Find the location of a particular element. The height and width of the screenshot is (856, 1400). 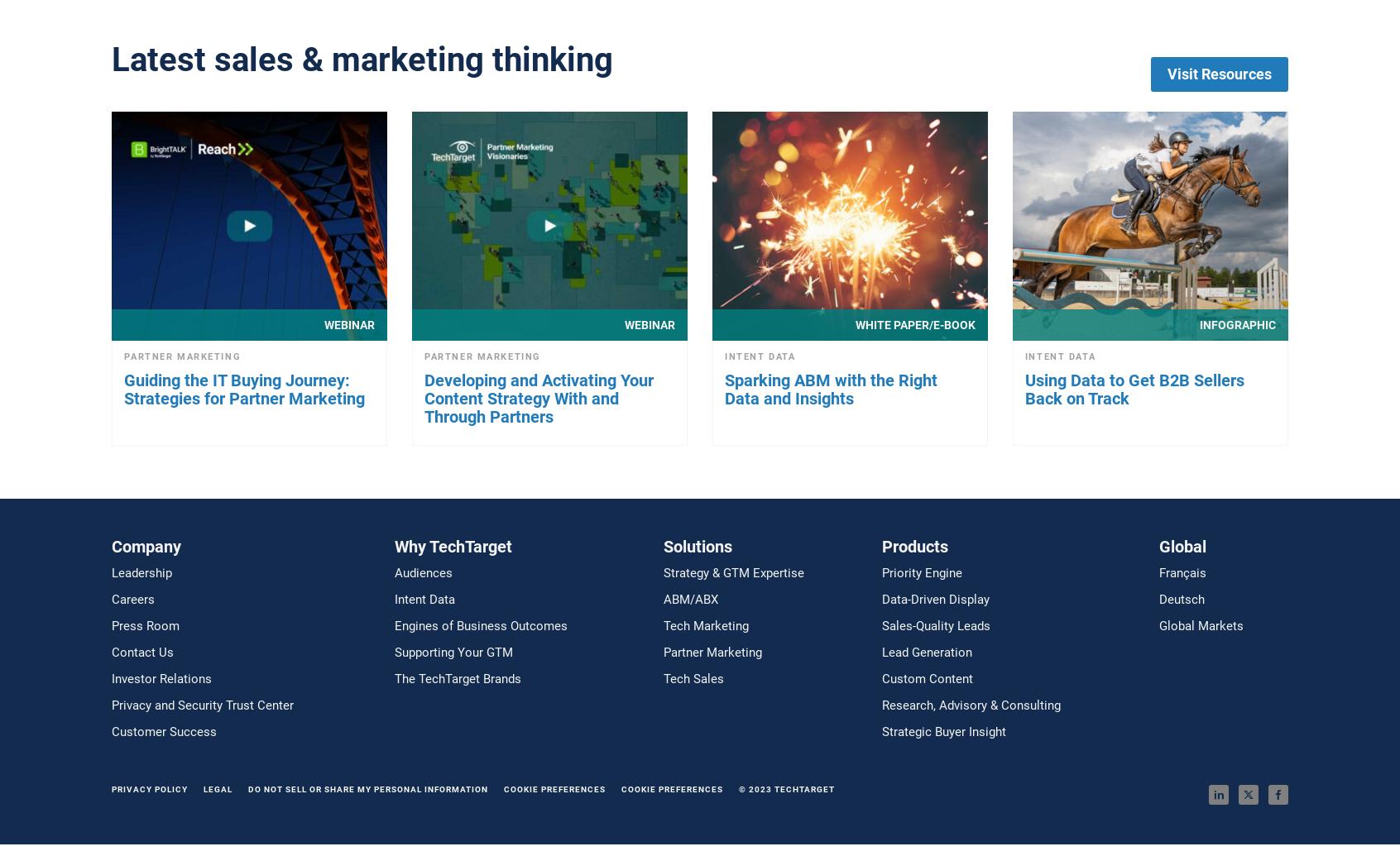

'DO NOT SELL OR SHARE MY PERSONAL INFORMATION' is located at coordinates (367, 788).